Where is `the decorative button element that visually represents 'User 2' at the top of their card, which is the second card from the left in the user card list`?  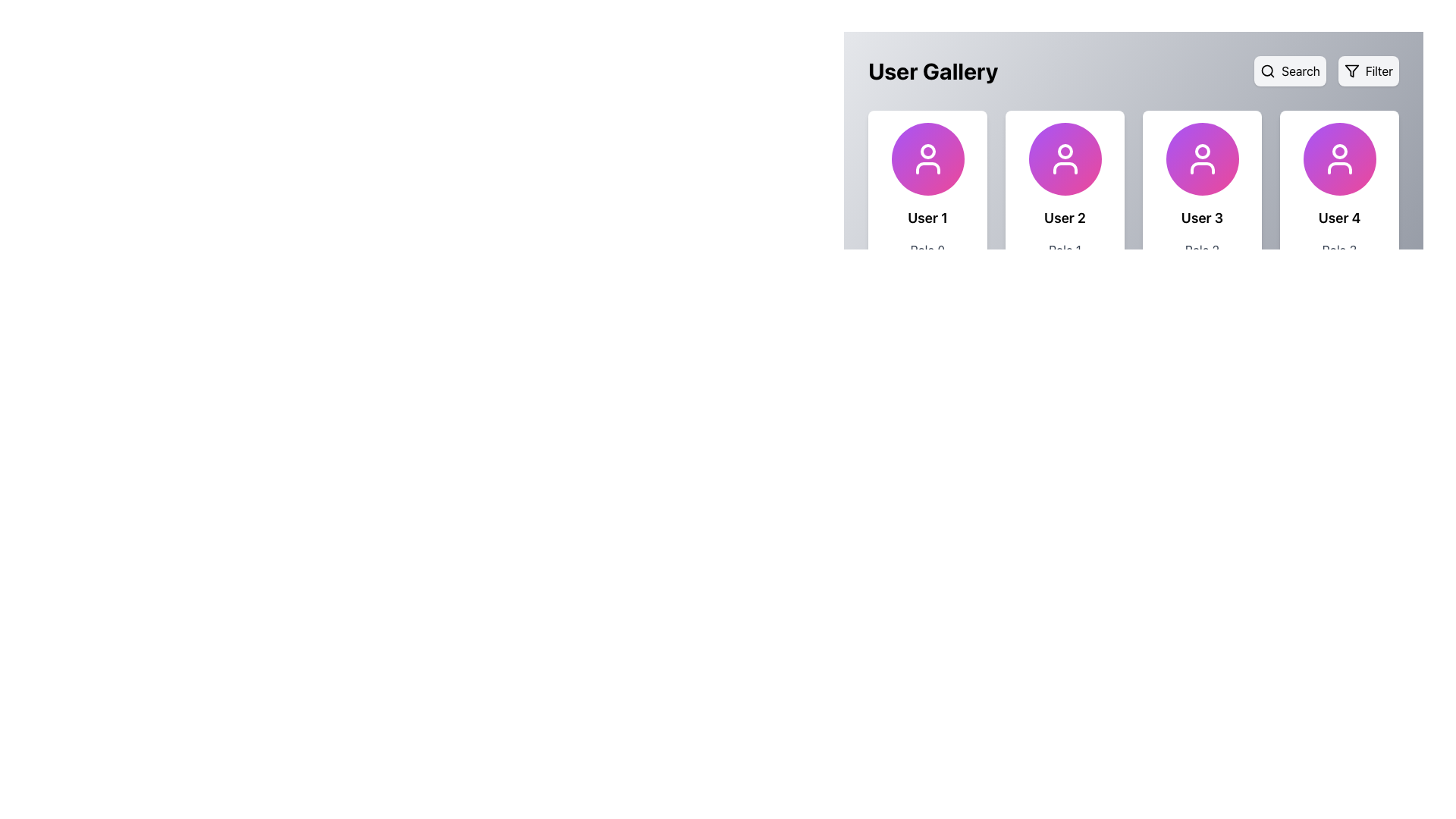 the decorative button element that visually represents 'User 2' at the top of their card, which is the second card from the left in the user card list is located at coordinates (1064, 158).